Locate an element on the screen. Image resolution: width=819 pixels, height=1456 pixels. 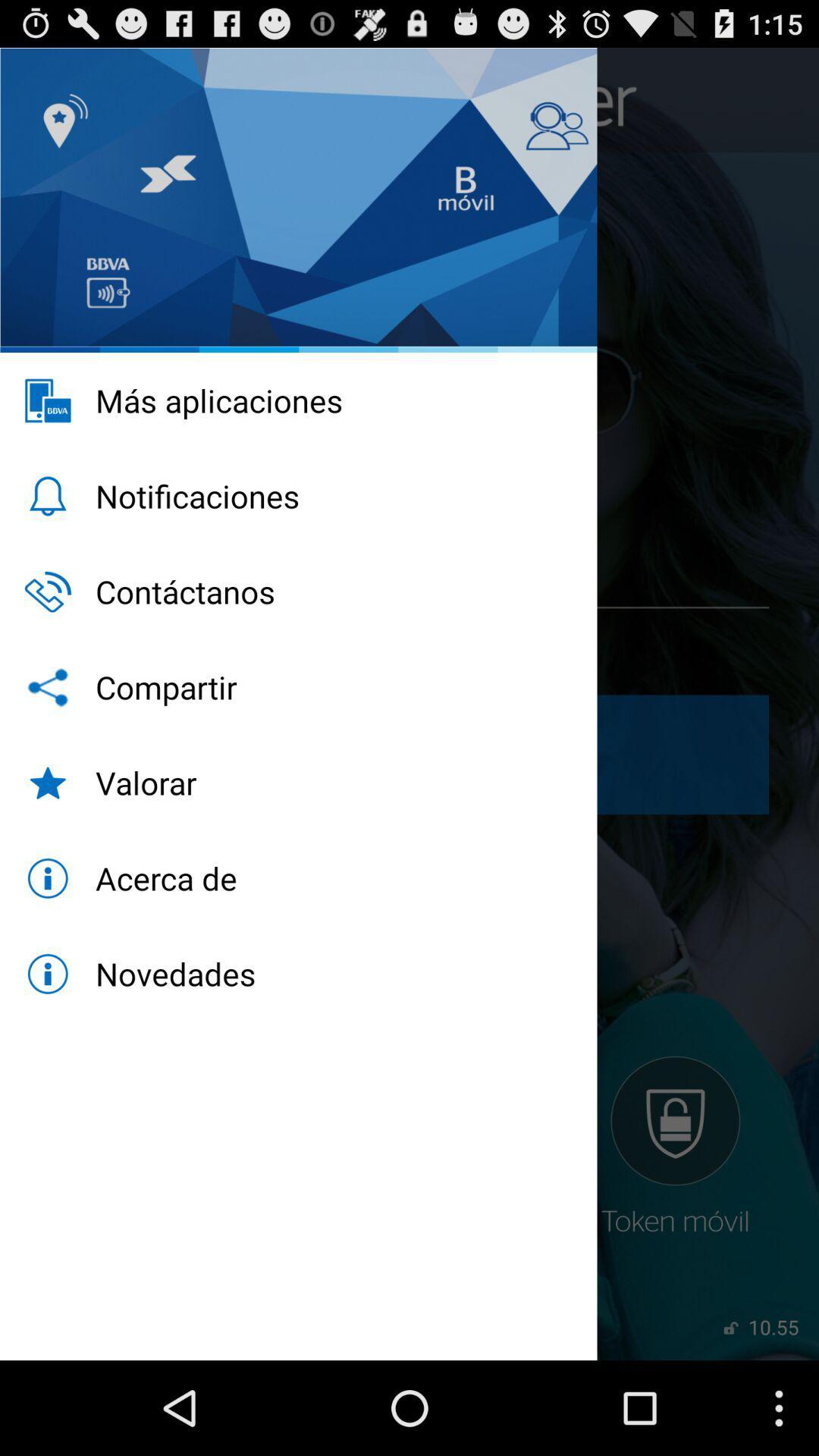
the location icon is located at coordinates (42, 106).